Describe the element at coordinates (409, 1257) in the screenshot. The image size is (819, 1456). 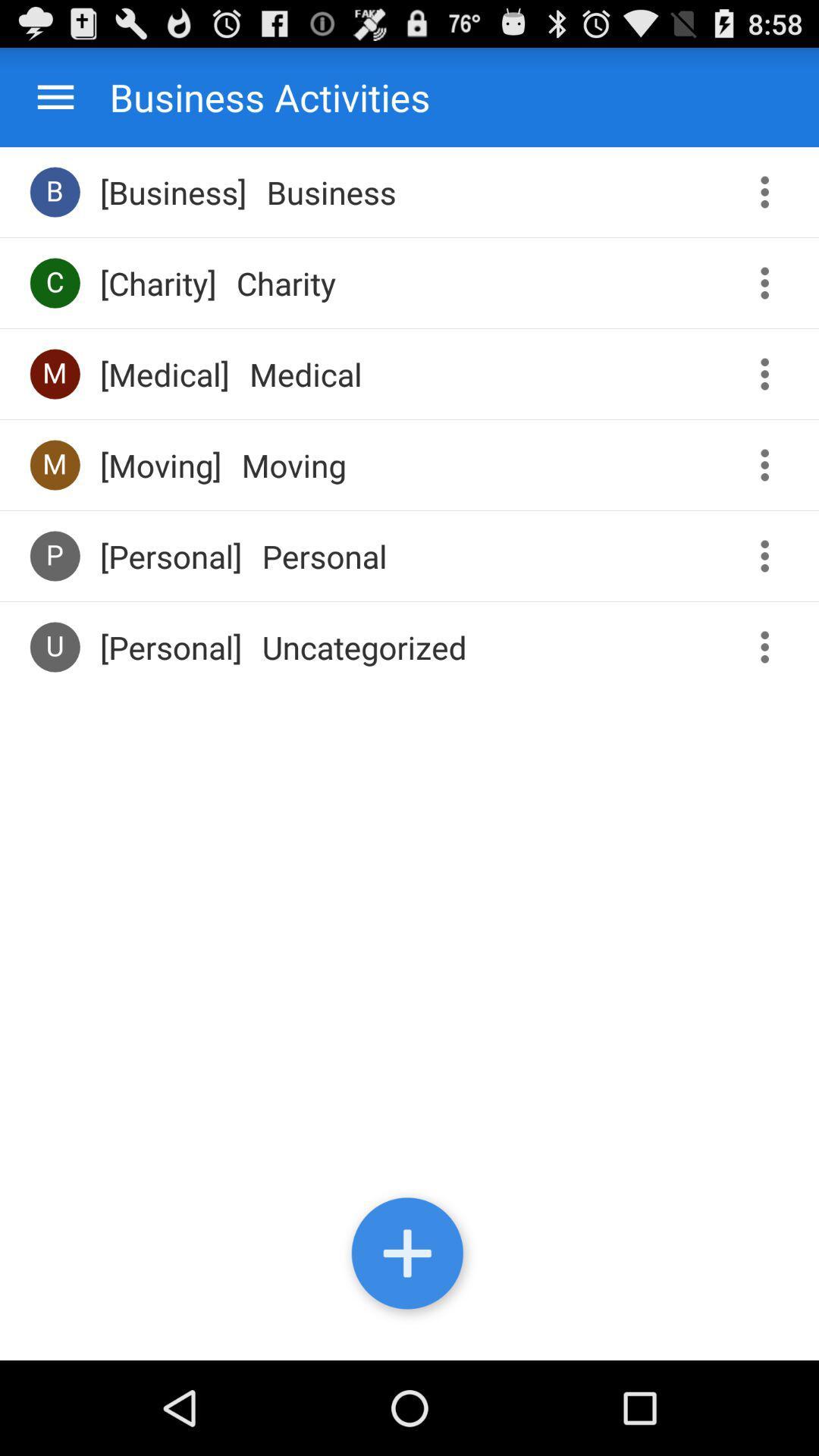
I see `item` at that location.